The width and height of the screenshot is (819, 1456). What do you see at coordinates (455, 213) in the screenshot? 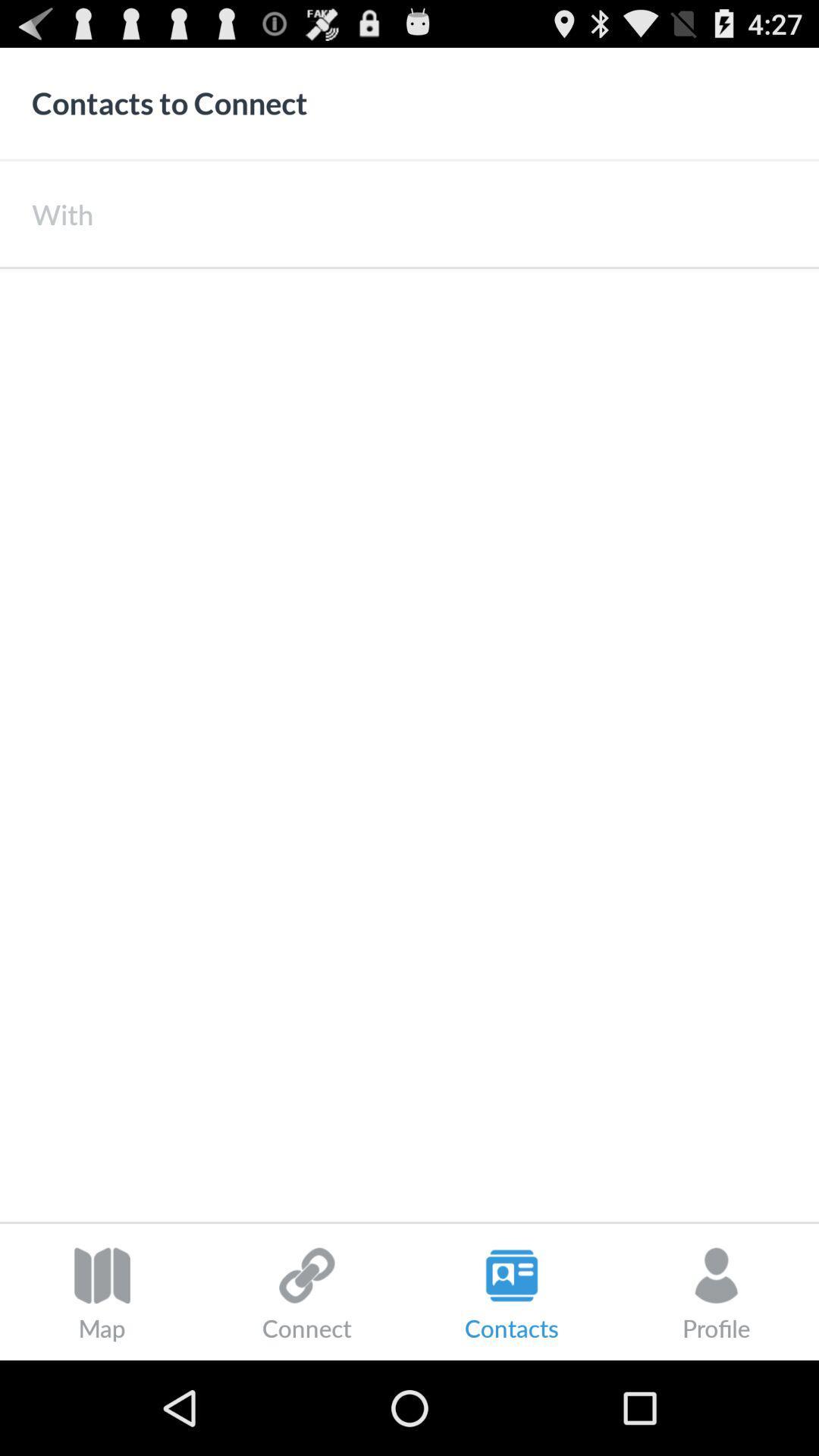
I see `the item to the right of with icon` at bounding box center [455, 213].